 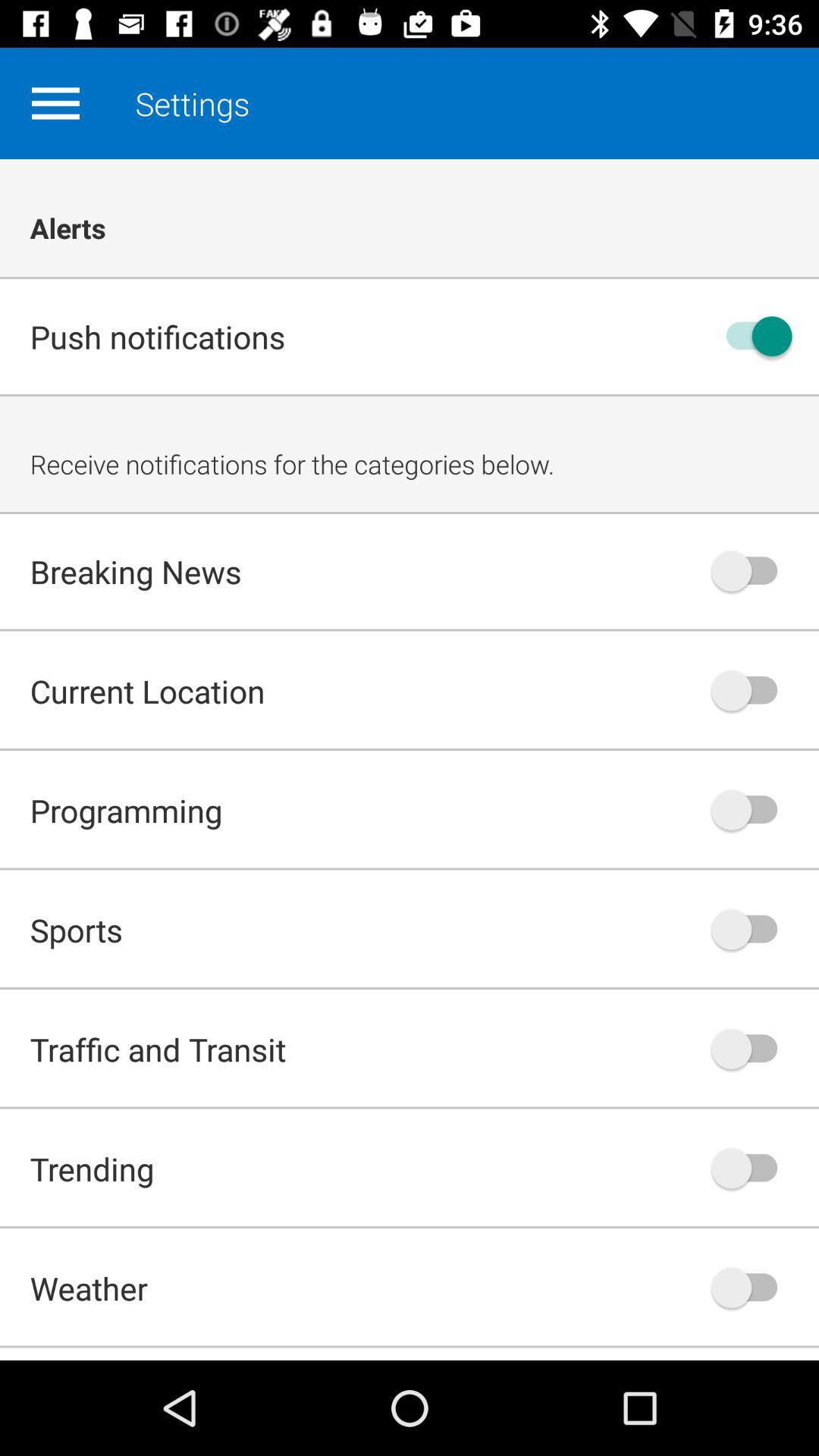 I want to click on activate sports, so click(x=752, y=928).